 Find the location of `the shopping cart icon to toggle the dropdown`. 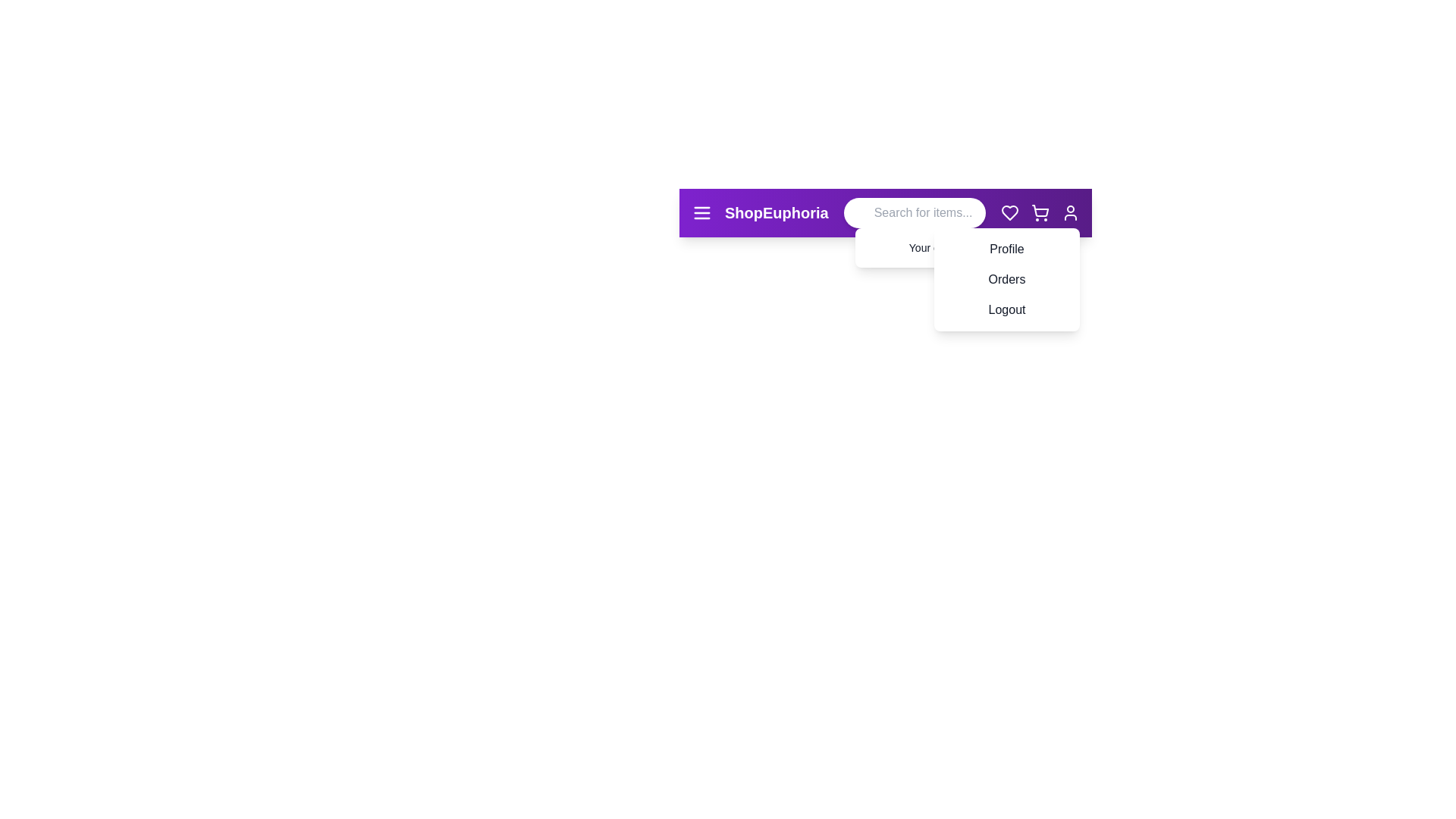

the shopping cart icon to toggle the dropdown is located at coordinates (1040, 213).